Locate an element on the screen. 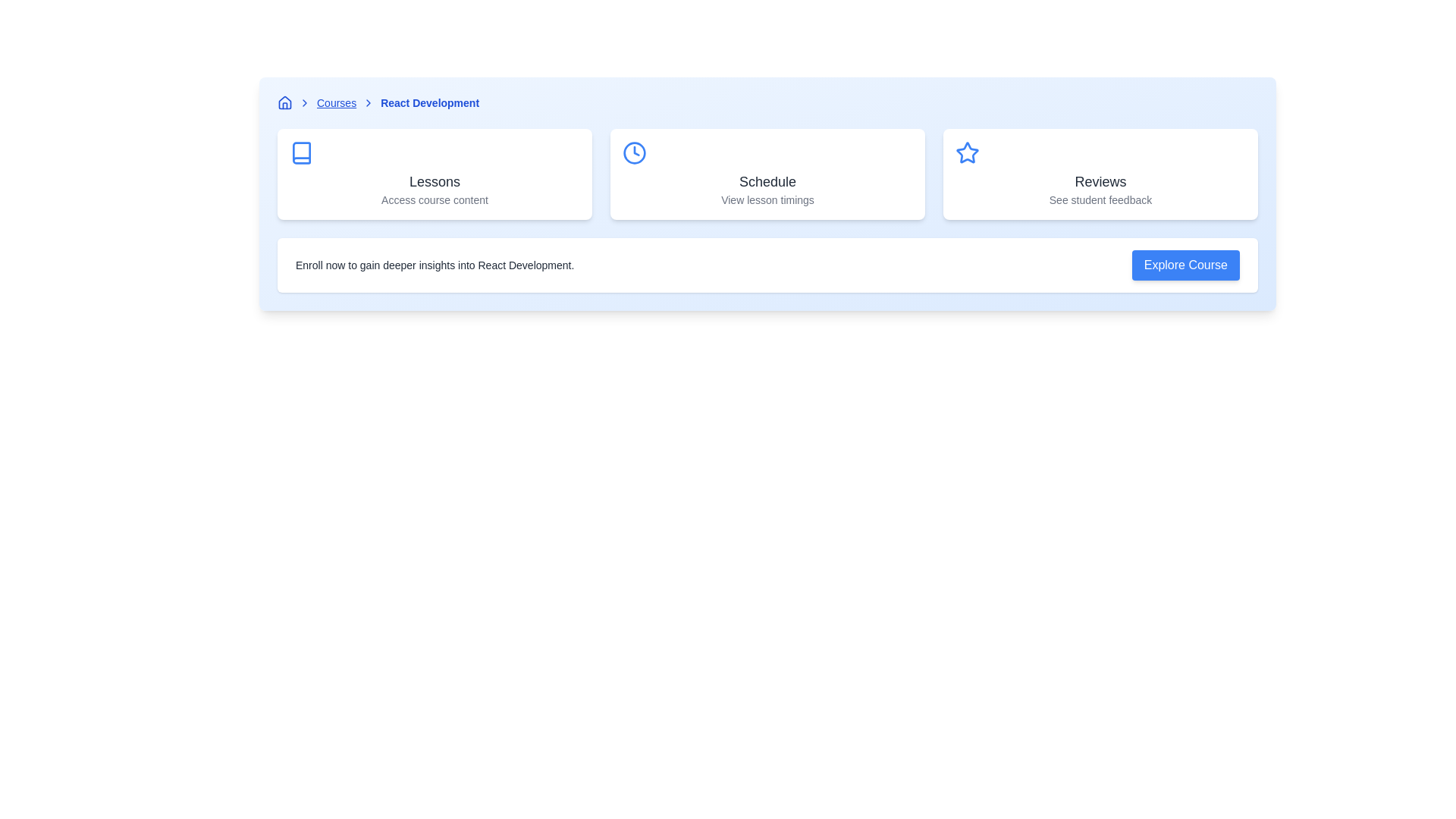 The width and height of the screenshot is (1456, 819). the bold blue text 'React Development' in the breadcrumb navigation bar, located to the right of the 'Courses' link and a chevron icon is located at coordinates (429, 102).